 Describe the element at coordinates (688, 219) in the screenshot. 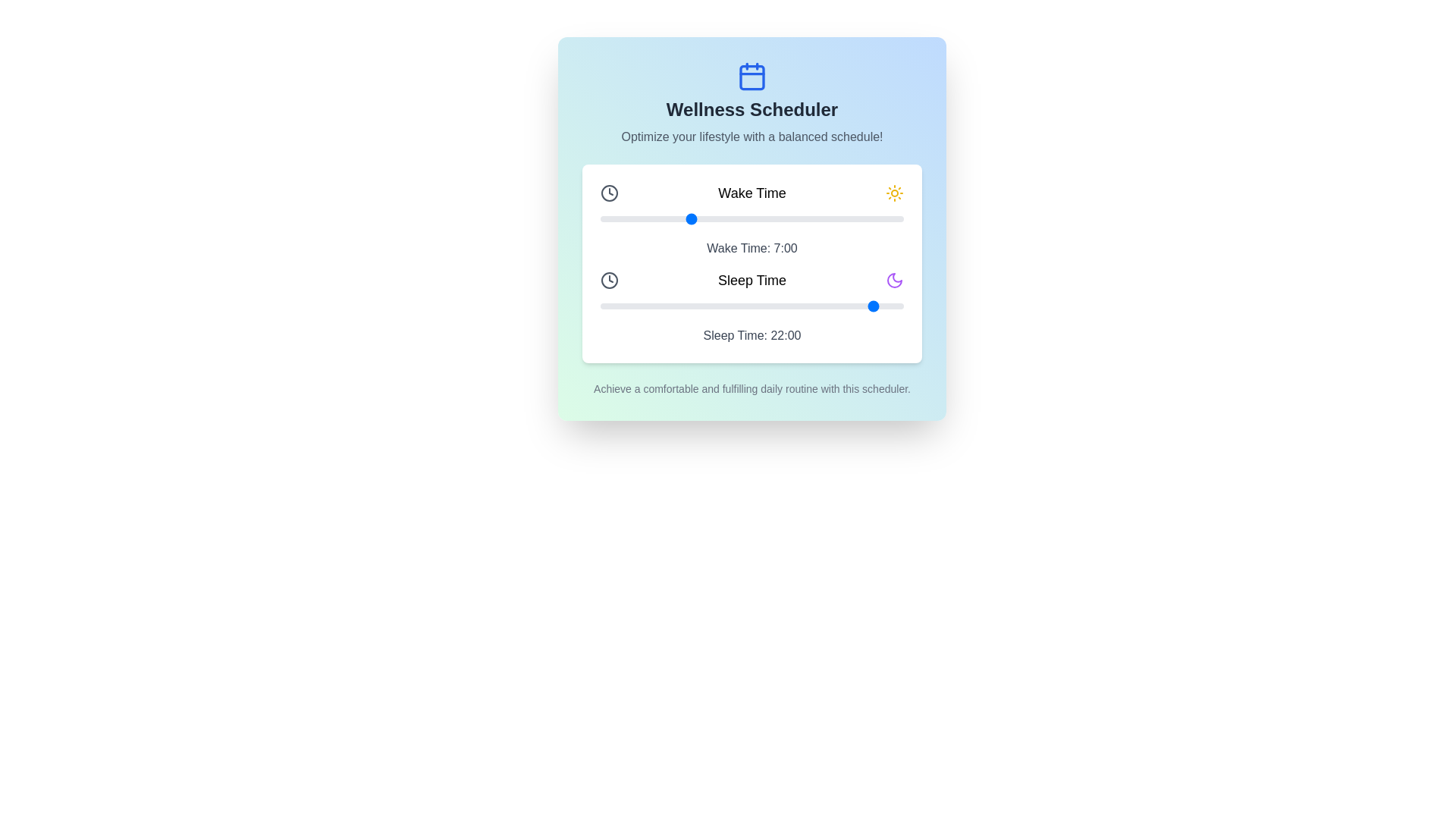

I see `the wake time` at that location.